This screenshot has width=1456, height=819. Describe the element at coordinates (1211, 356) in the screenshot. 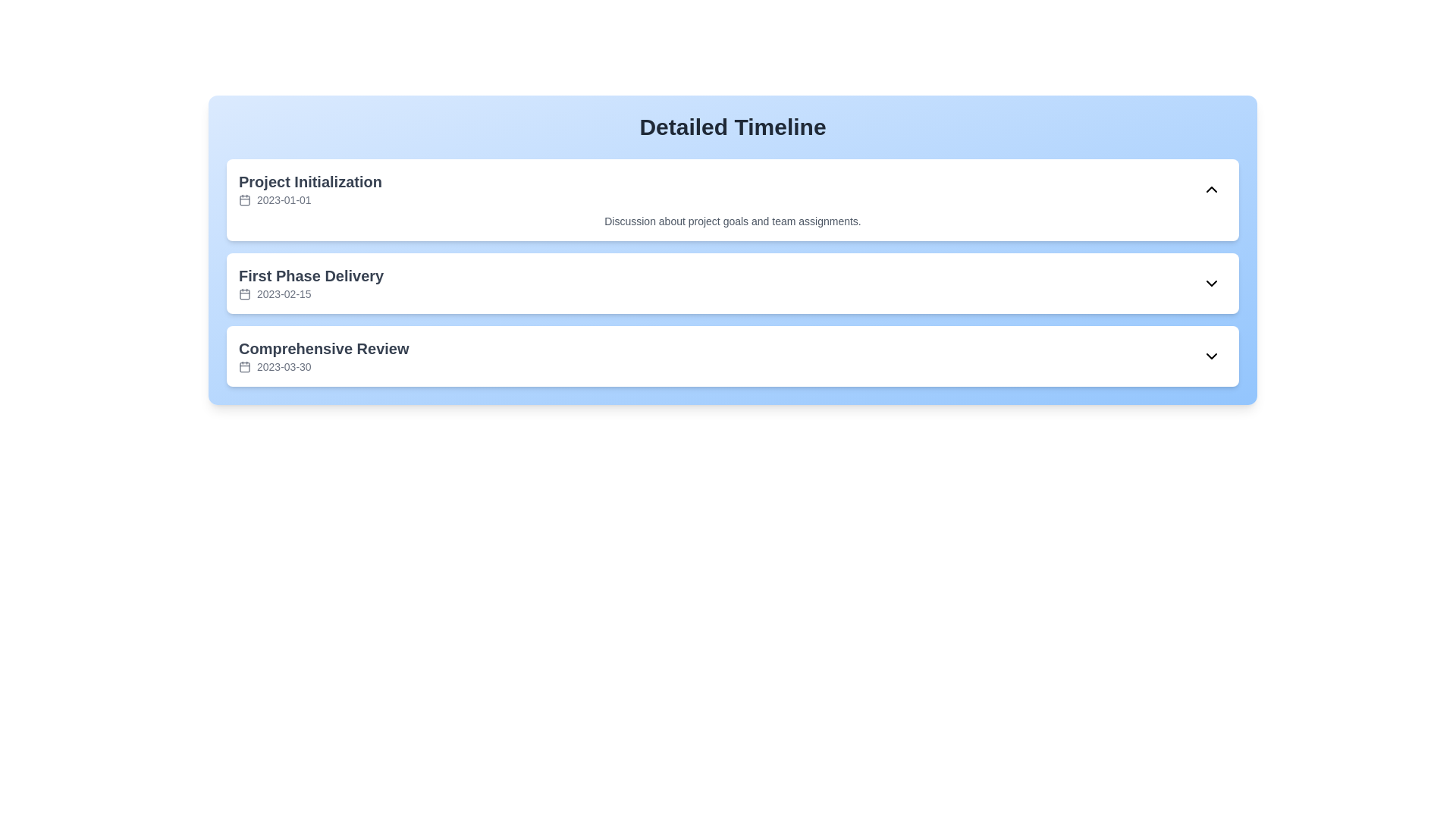

I see `the downward-facing chevron icon indicating expandable or collapsible content for the 'Comprehensive Review' entry in the detailed timeline section` at that location.